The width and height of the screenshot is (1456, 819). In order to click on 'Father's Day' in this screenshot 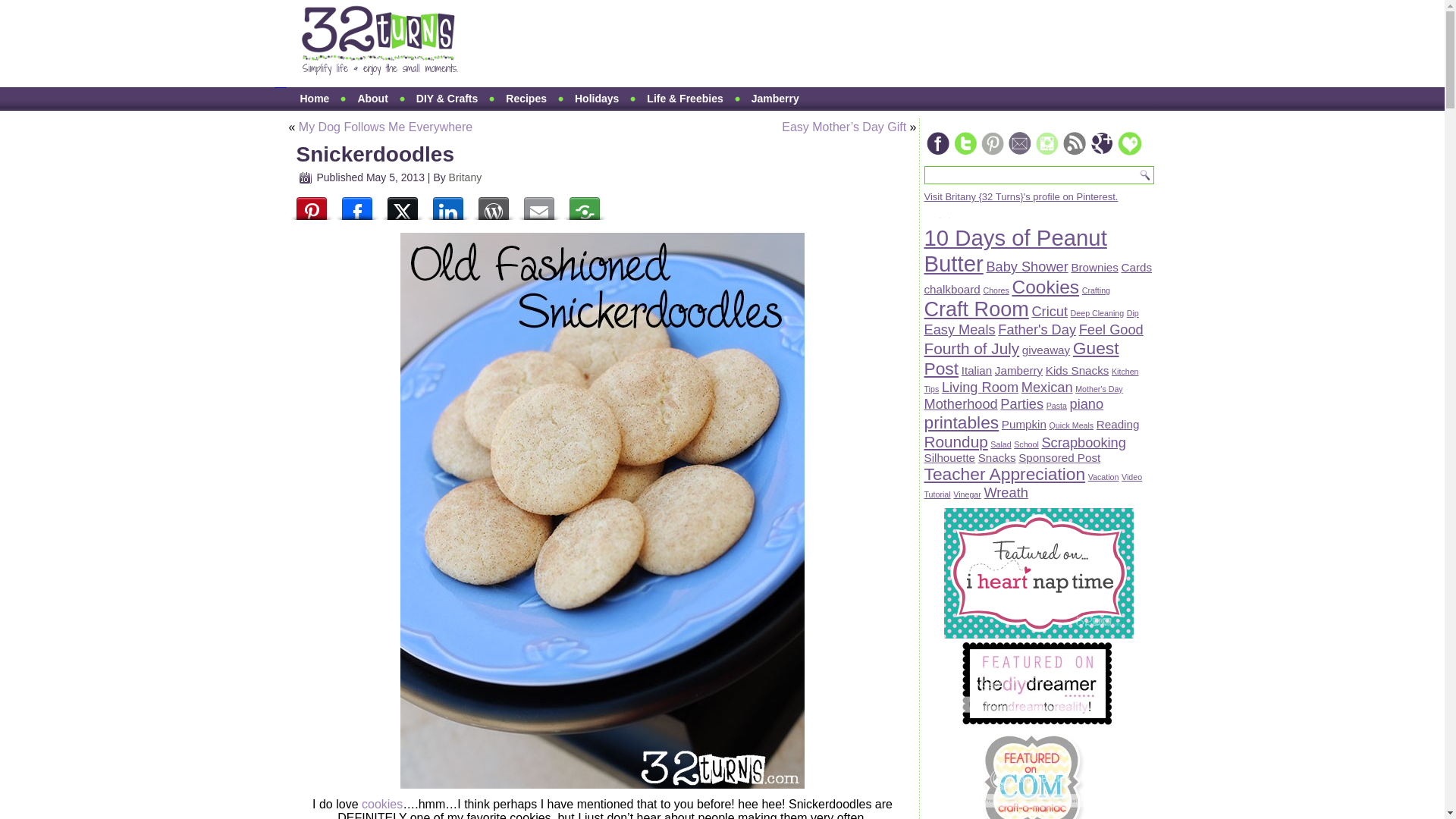, I will do `click(1036, 328)`.